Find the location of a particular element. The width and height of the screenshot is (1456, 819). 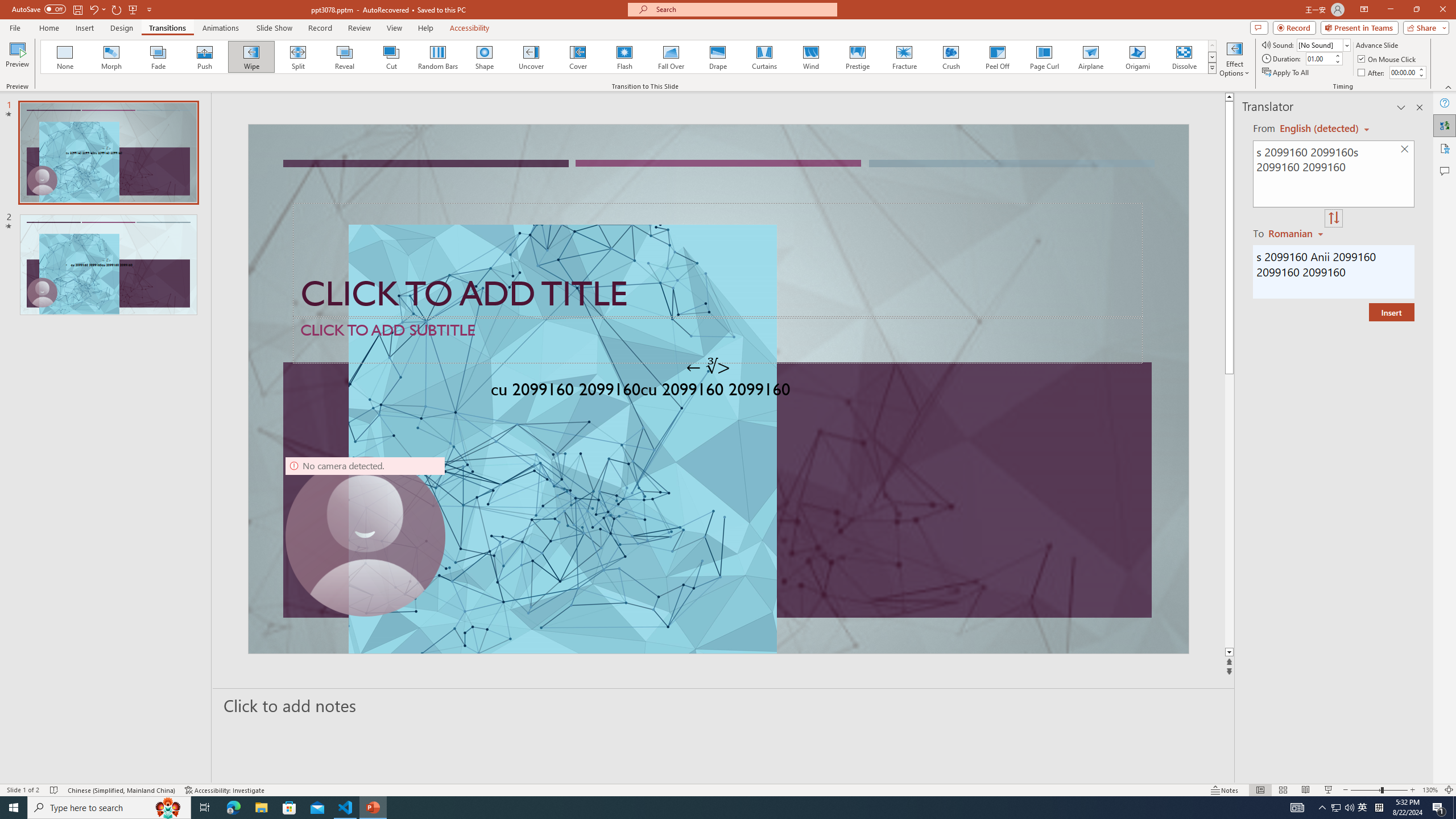

'Fall Over' is located at coordinates (671, 56).